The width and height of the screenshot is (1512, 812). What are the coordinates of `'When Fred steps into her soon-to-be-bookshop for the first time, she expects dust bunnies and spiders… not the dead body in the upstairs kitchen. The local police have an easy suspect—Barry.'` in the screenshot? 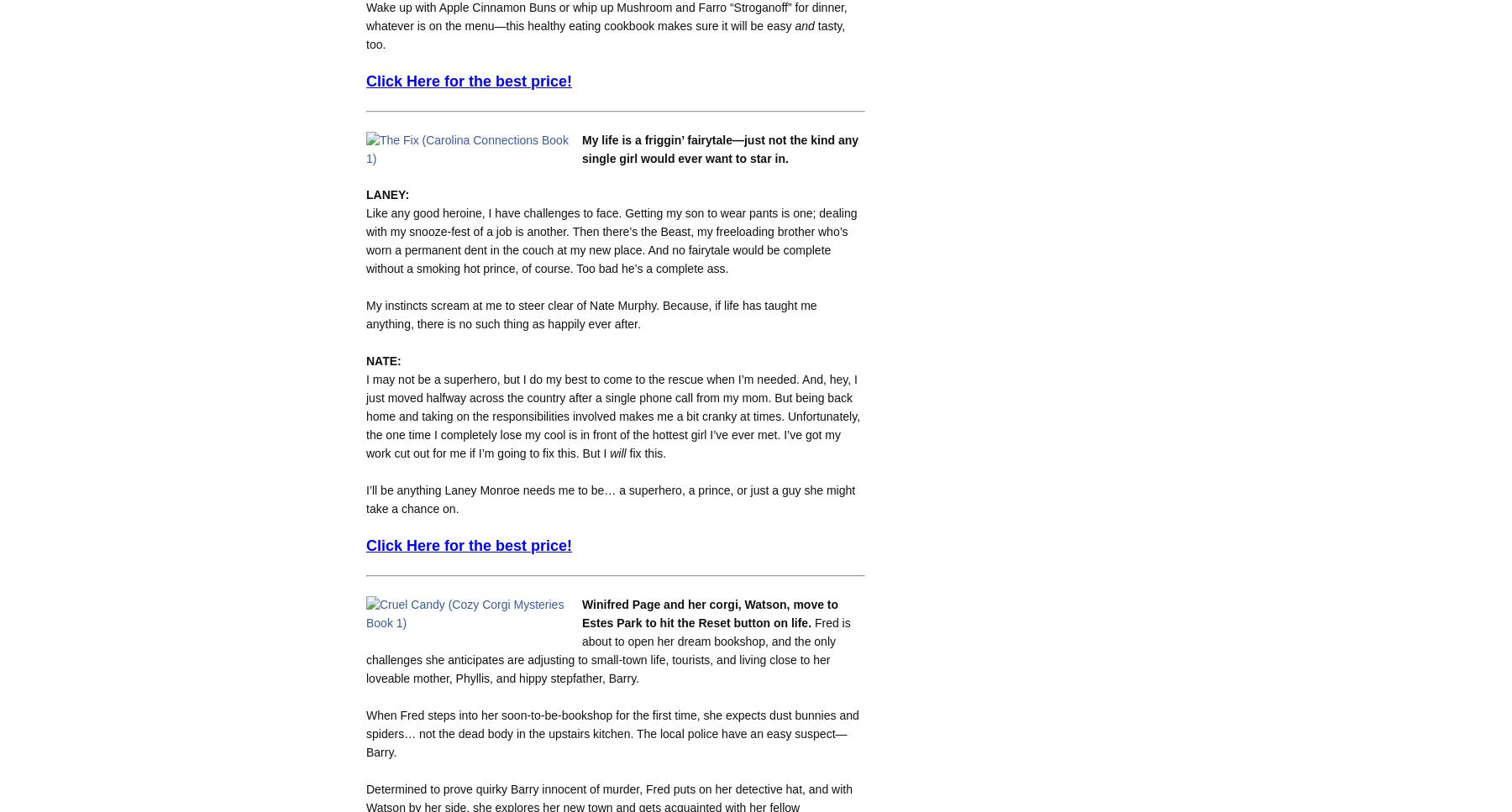 It's located at (612, 732).